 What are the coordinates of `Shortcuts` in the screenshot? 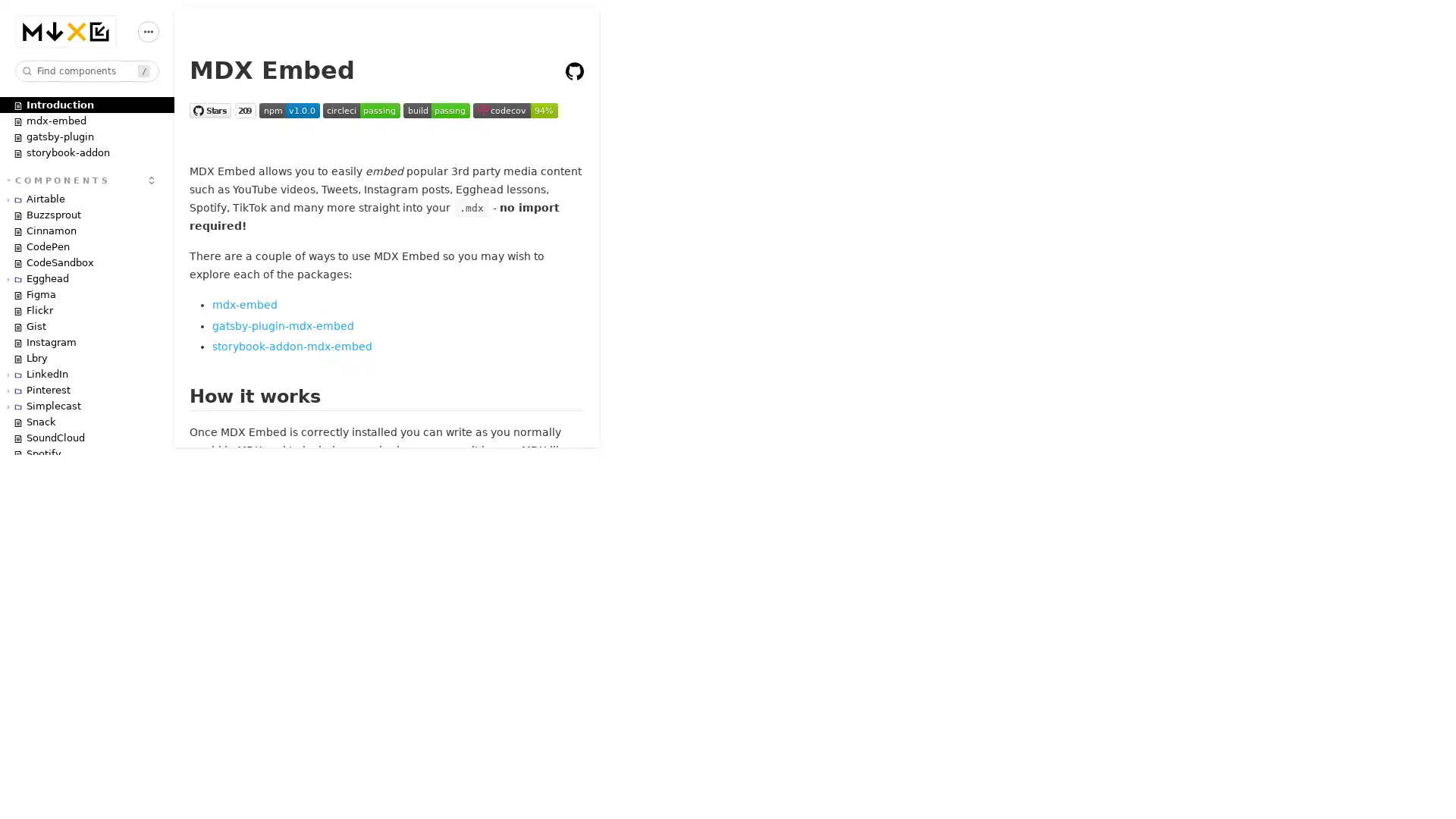 It's located at (149, 31).